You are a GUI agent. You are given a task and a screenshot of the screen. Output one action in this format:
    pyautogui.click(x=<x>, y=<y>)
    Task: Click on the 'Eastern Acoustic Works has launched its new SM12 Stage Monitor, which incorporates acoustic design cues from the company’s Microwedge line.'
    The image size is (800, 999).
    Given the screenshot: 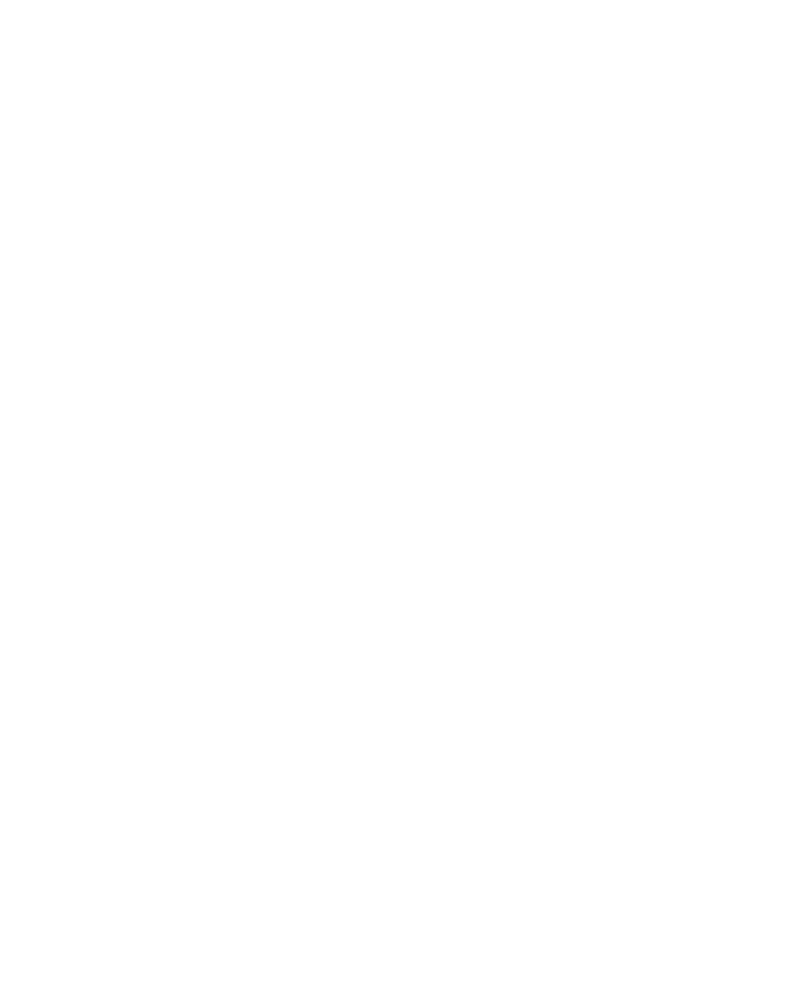 What is the action you would take?
    pyautogui.click(x=352, y=412)
    